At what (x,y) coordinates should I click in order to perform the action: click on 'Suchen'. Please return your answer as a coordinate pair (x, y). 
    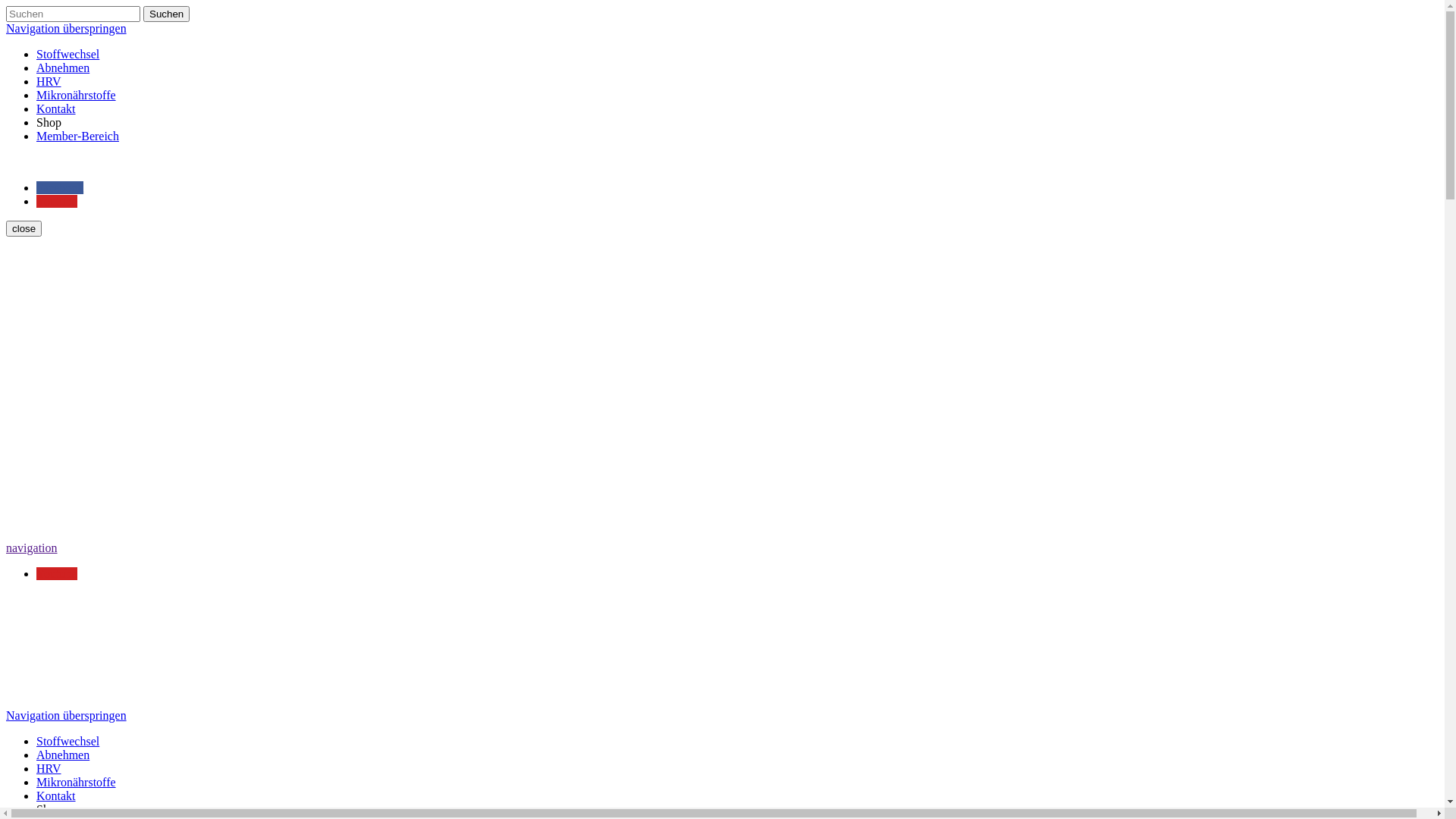
    Looking at the image, I should click on (166, 14).